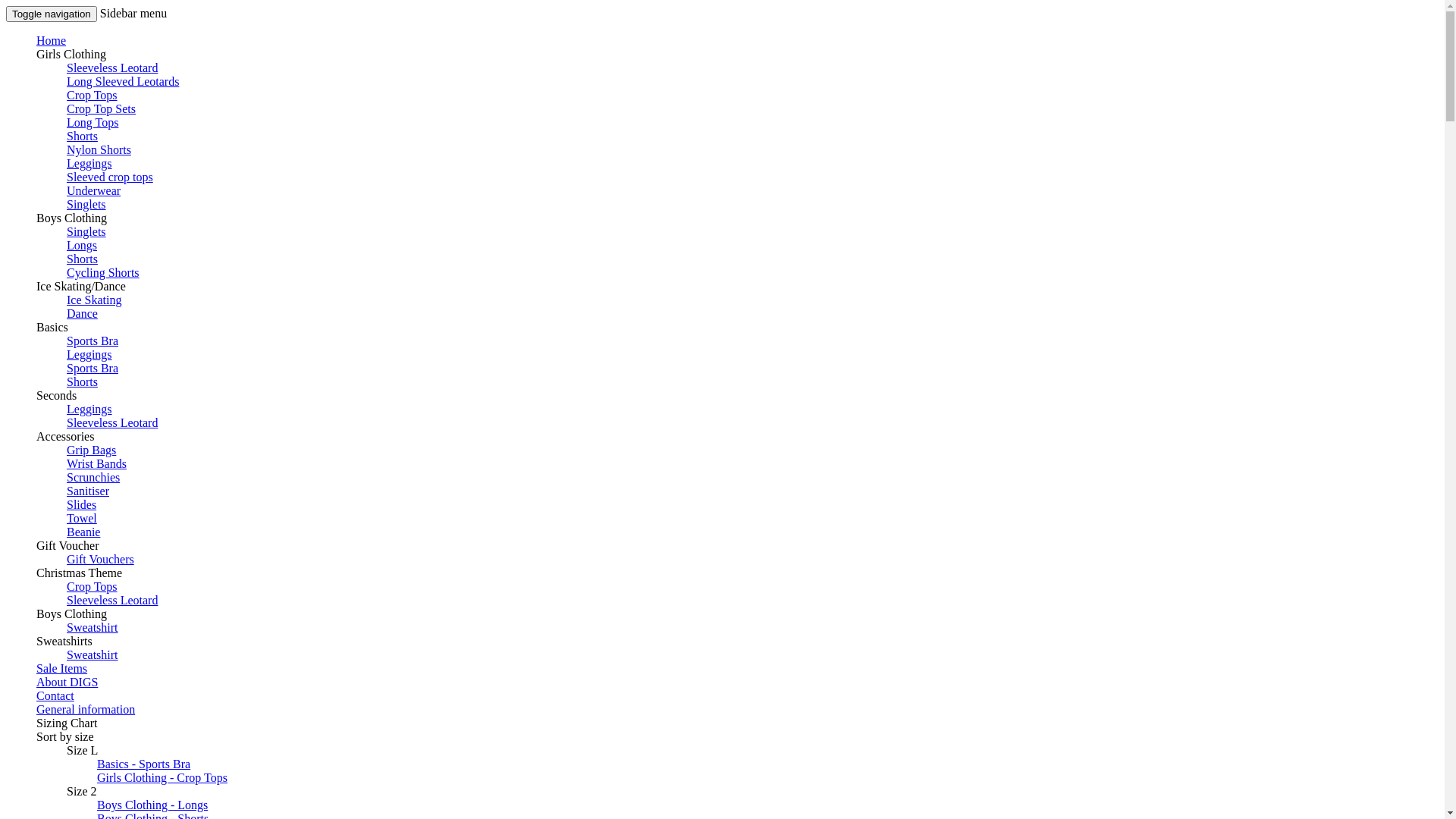  Describe the element at coordinates (36, 53) in the screenshot. I see `'Girls Clothing'` at that location.